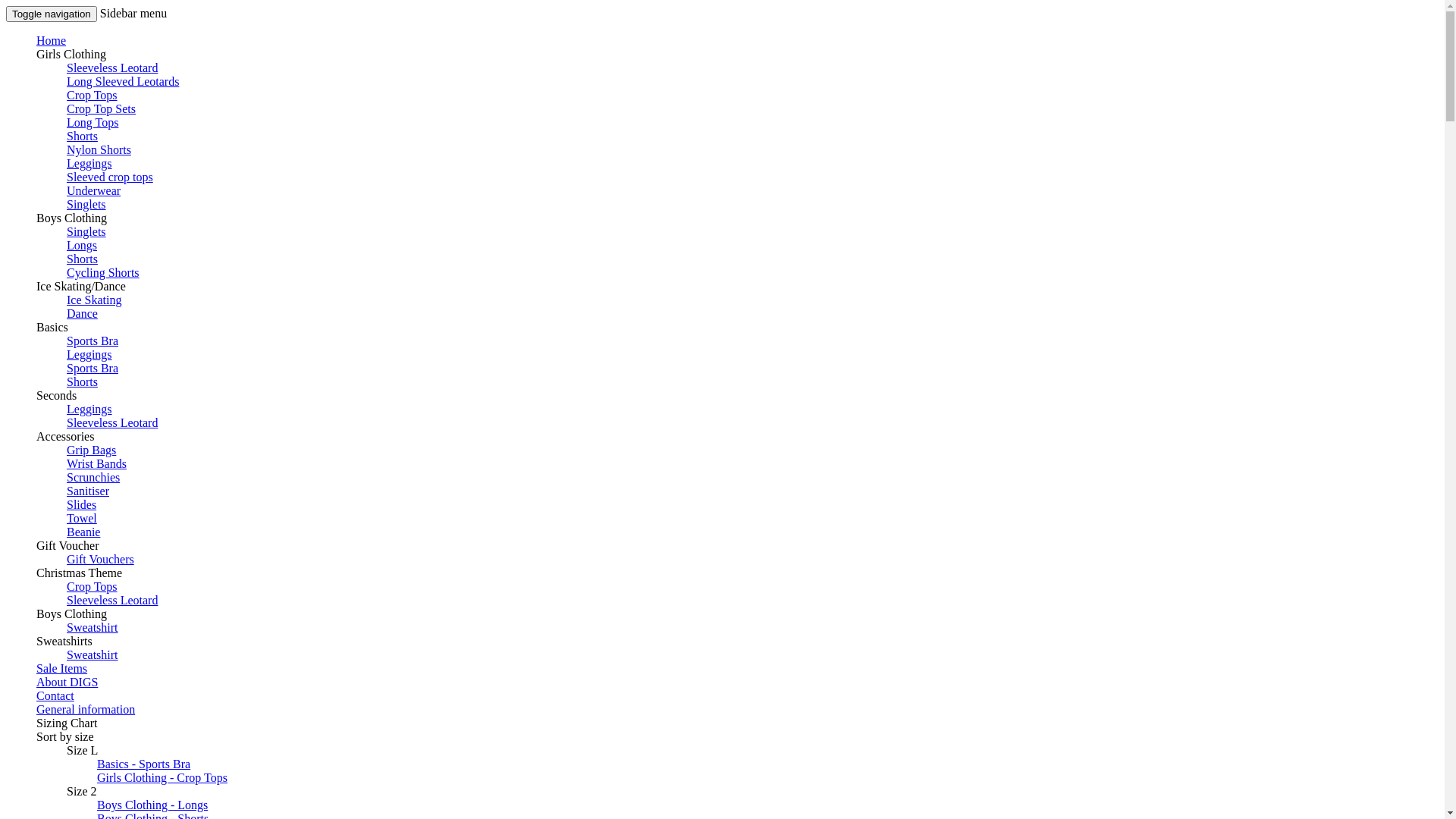  Describe the element at coordinates (36, 53) in the screenshot. I see `'Girls Clothing'` at that location.